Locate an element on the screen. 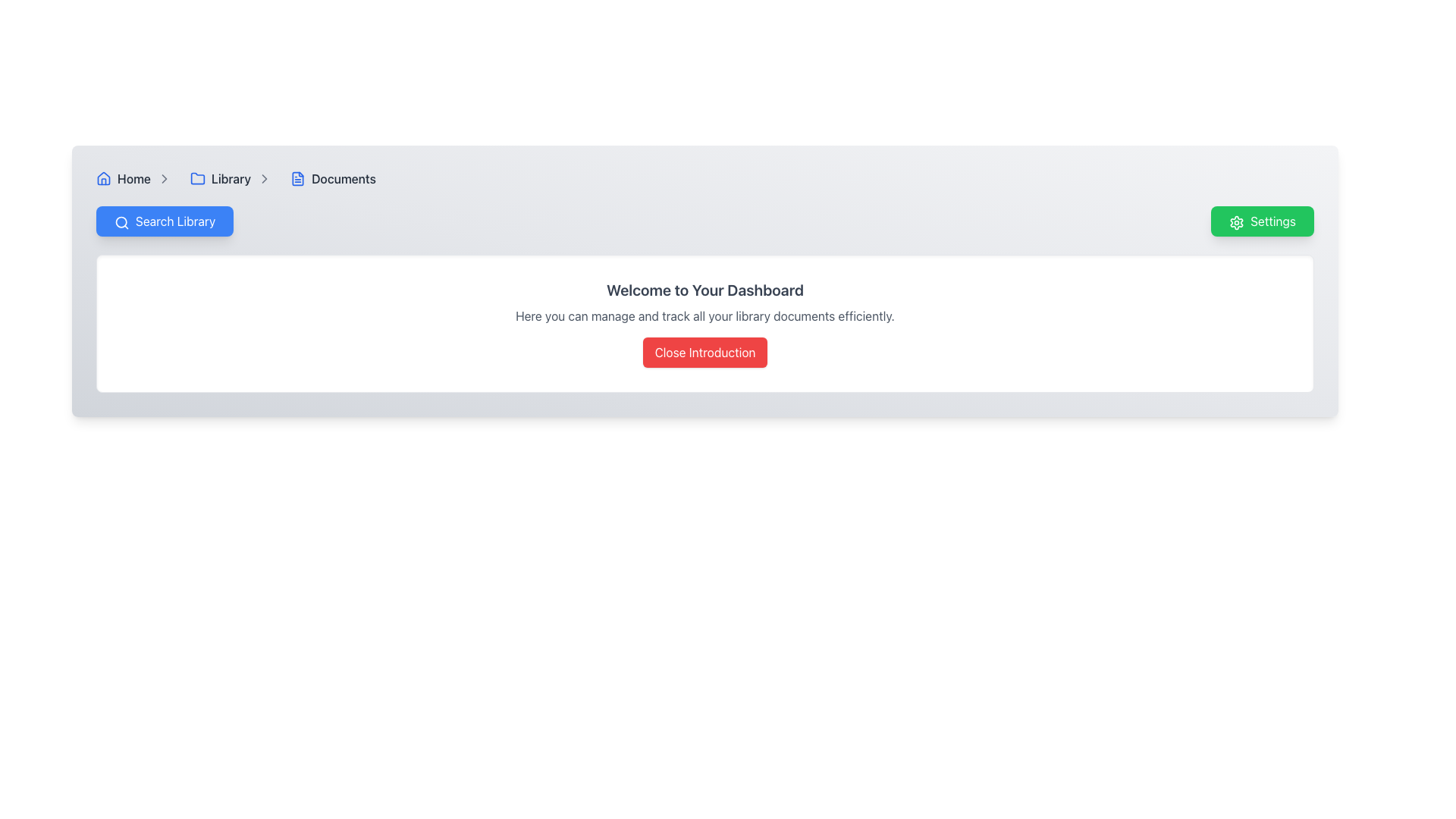  the 'Library' hyperlink in the breadcrumb navigation bar is located at coordinates (231, 177).